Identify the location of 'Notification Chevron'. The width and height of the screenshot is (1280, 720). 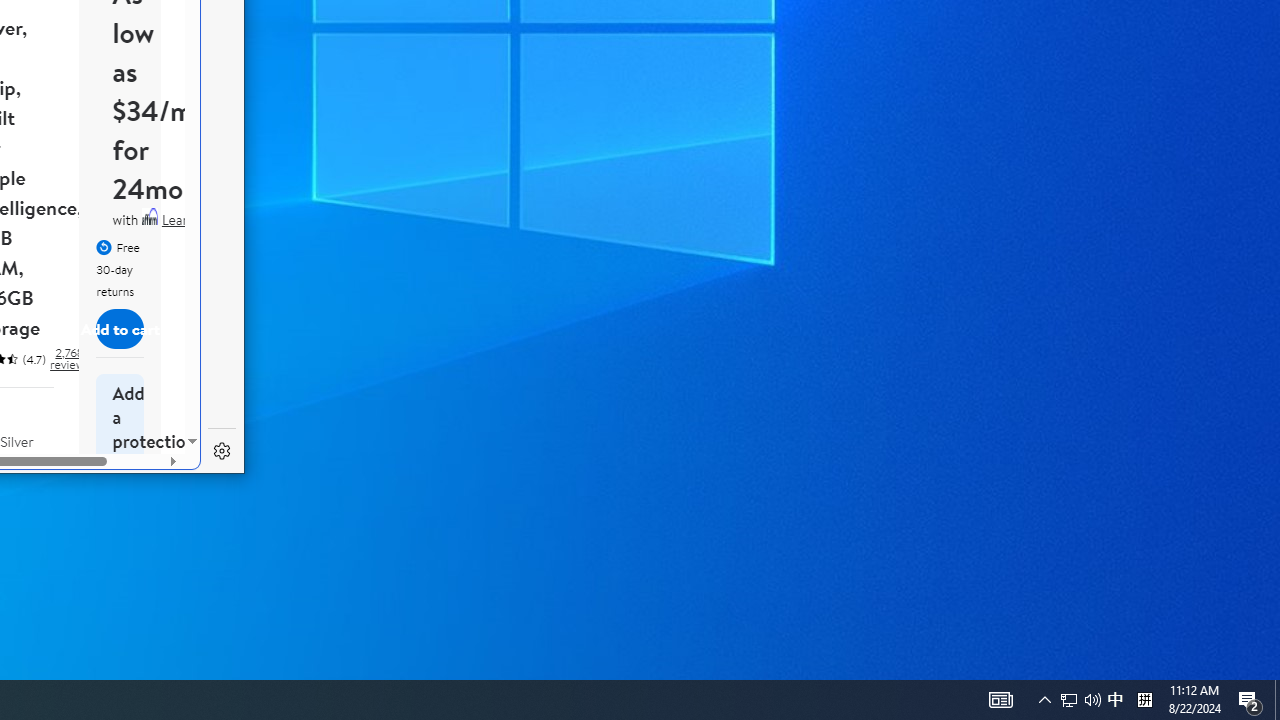
(1044, 698).